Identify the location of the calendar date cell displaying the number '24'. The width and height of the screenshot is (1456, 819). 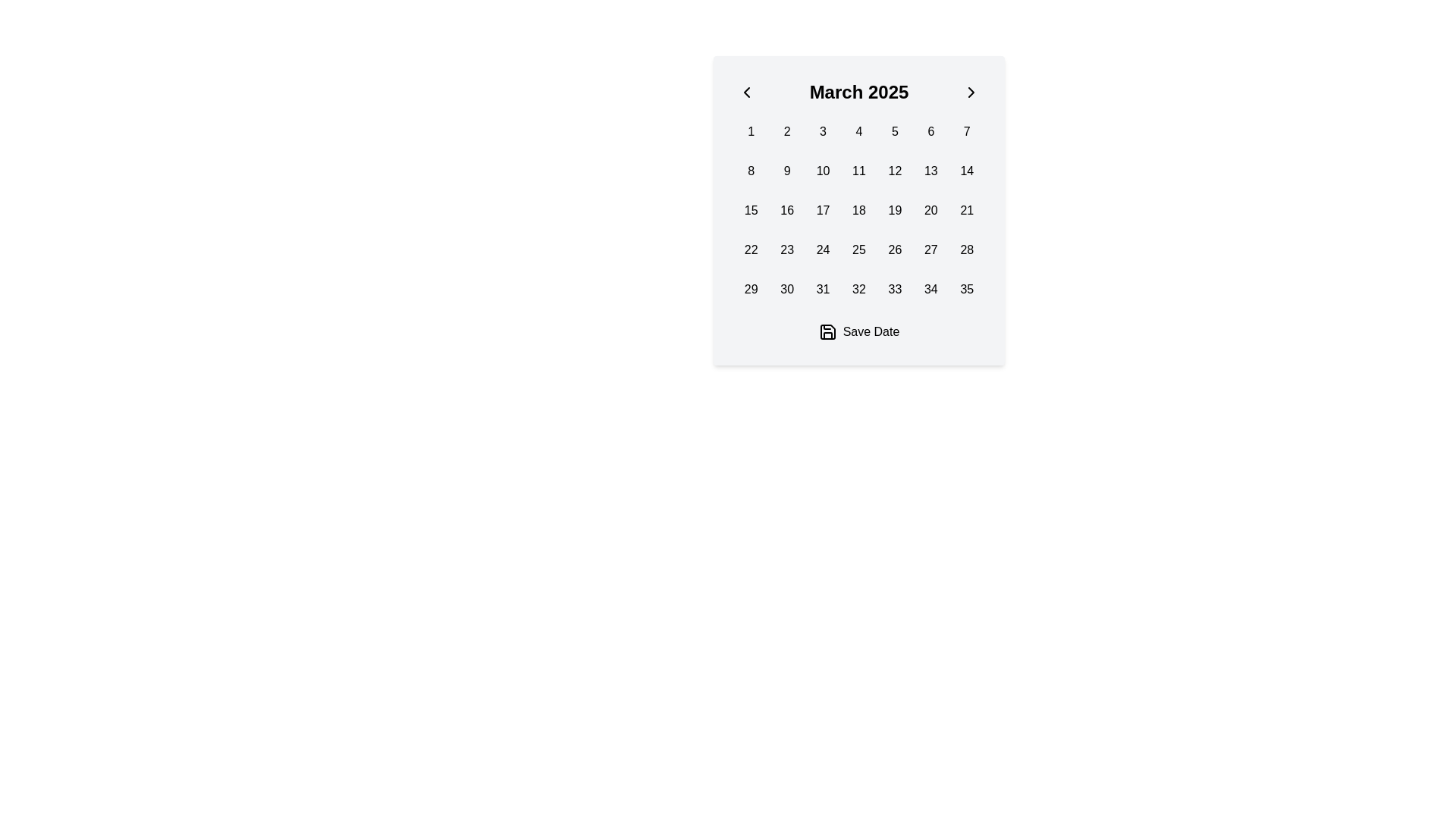
(822, 249).